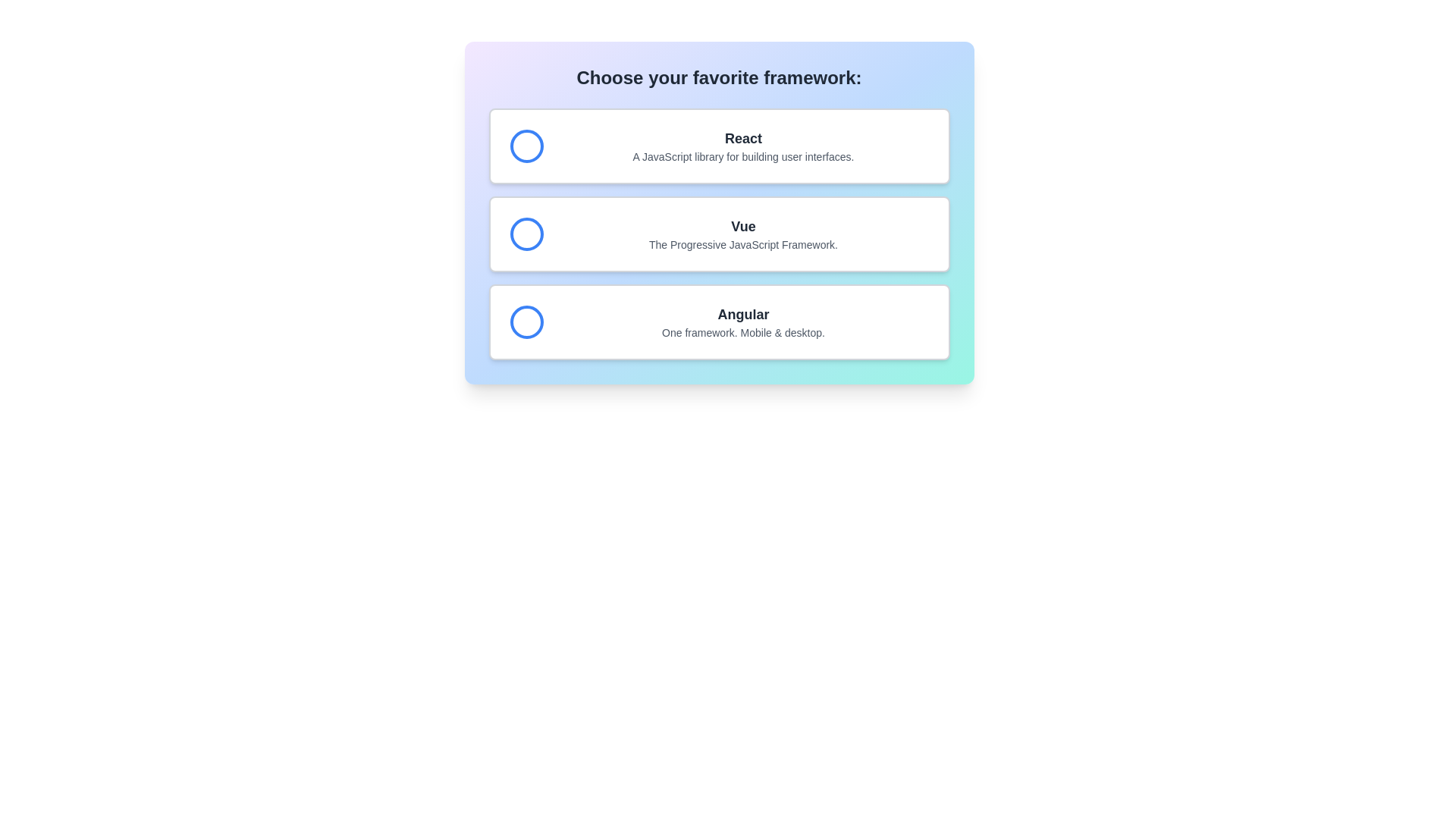 This screenshot has width=1456, height=819. What do you see at coordinates (526, 146) in the screenshot?
I see `the first radio button in the 'React' selection box for keyboard navigation` at bounding box center [526, 146].